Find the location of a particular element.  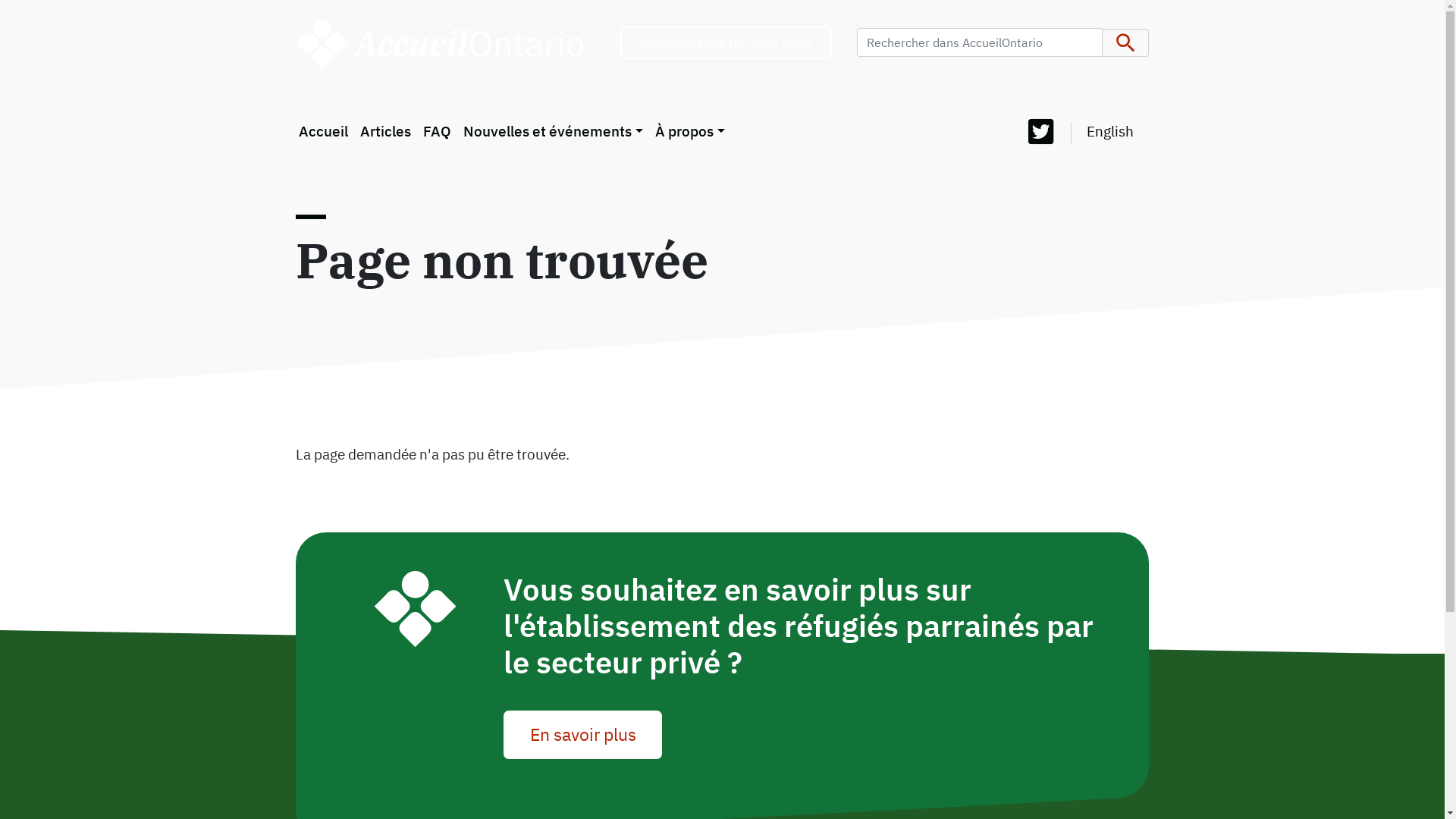

'Accueil' is located at coordinates (292, 130).